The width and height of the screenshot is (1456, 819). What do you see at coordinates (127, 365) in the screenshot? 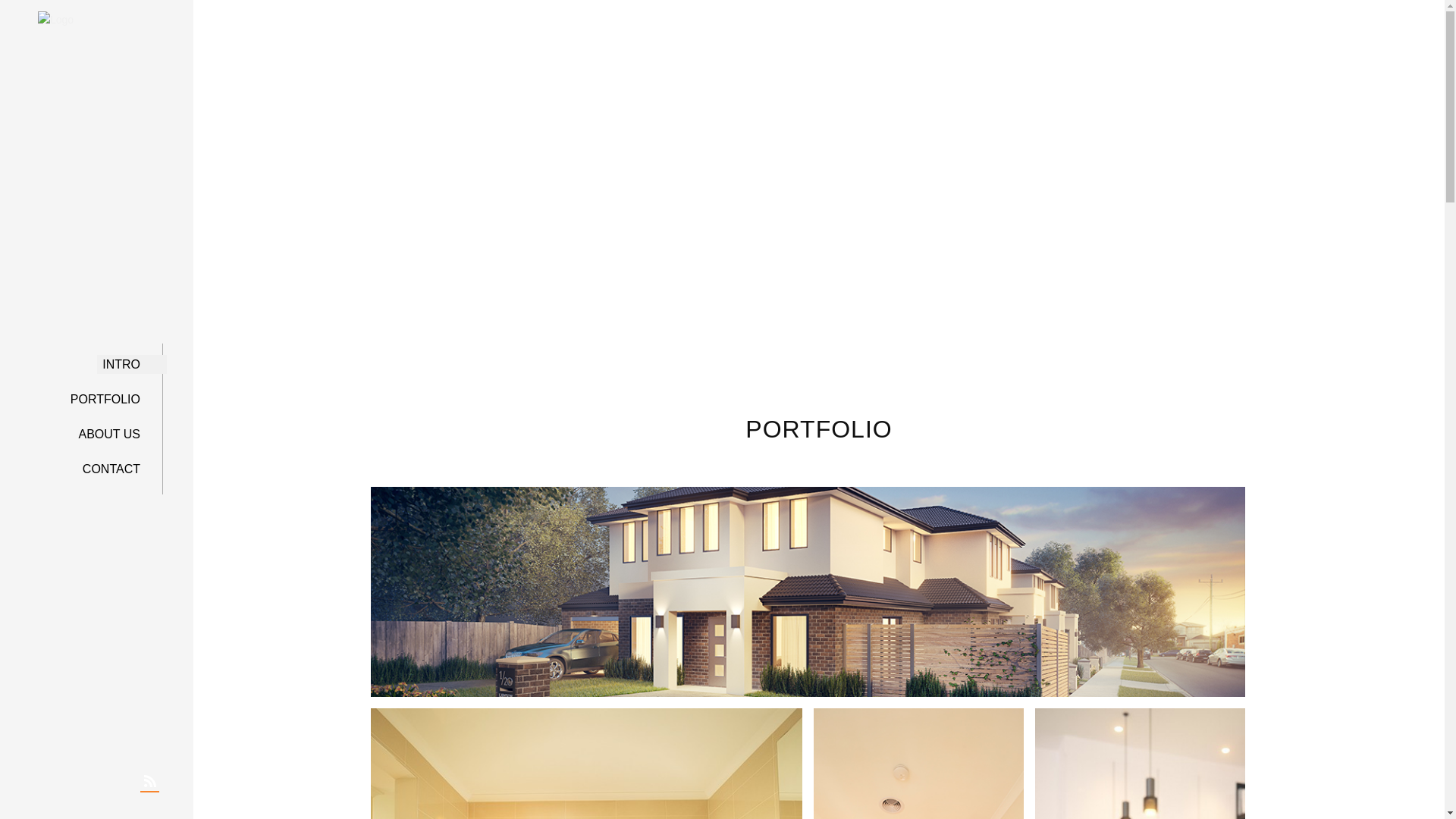
I see `'INTRO'` at bounding box center [127, 365].